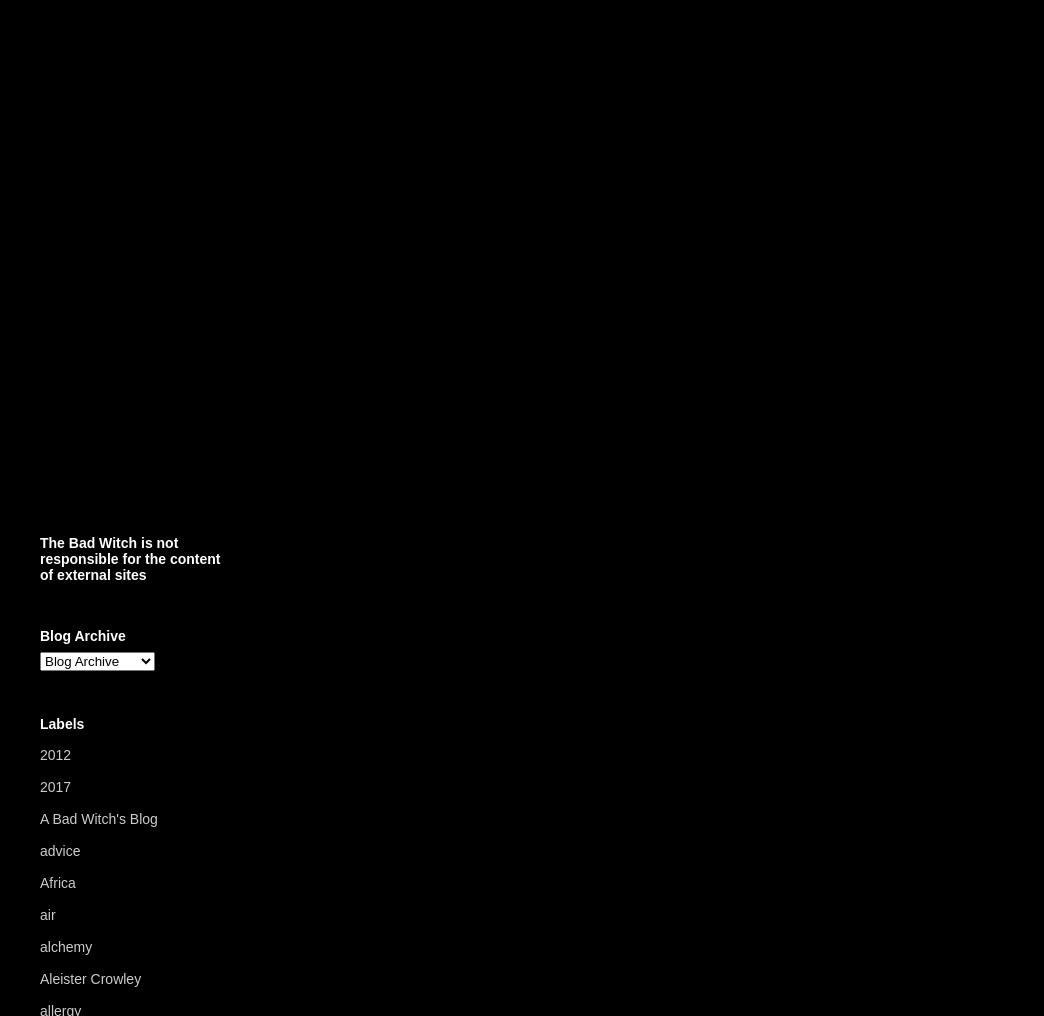 Image resolution: width=1044 pixels, height=1016 pixels. What do you see at coordinates (172, 817) in the screenshot?
I see `'(67)'` at bounding box center [172, 817].